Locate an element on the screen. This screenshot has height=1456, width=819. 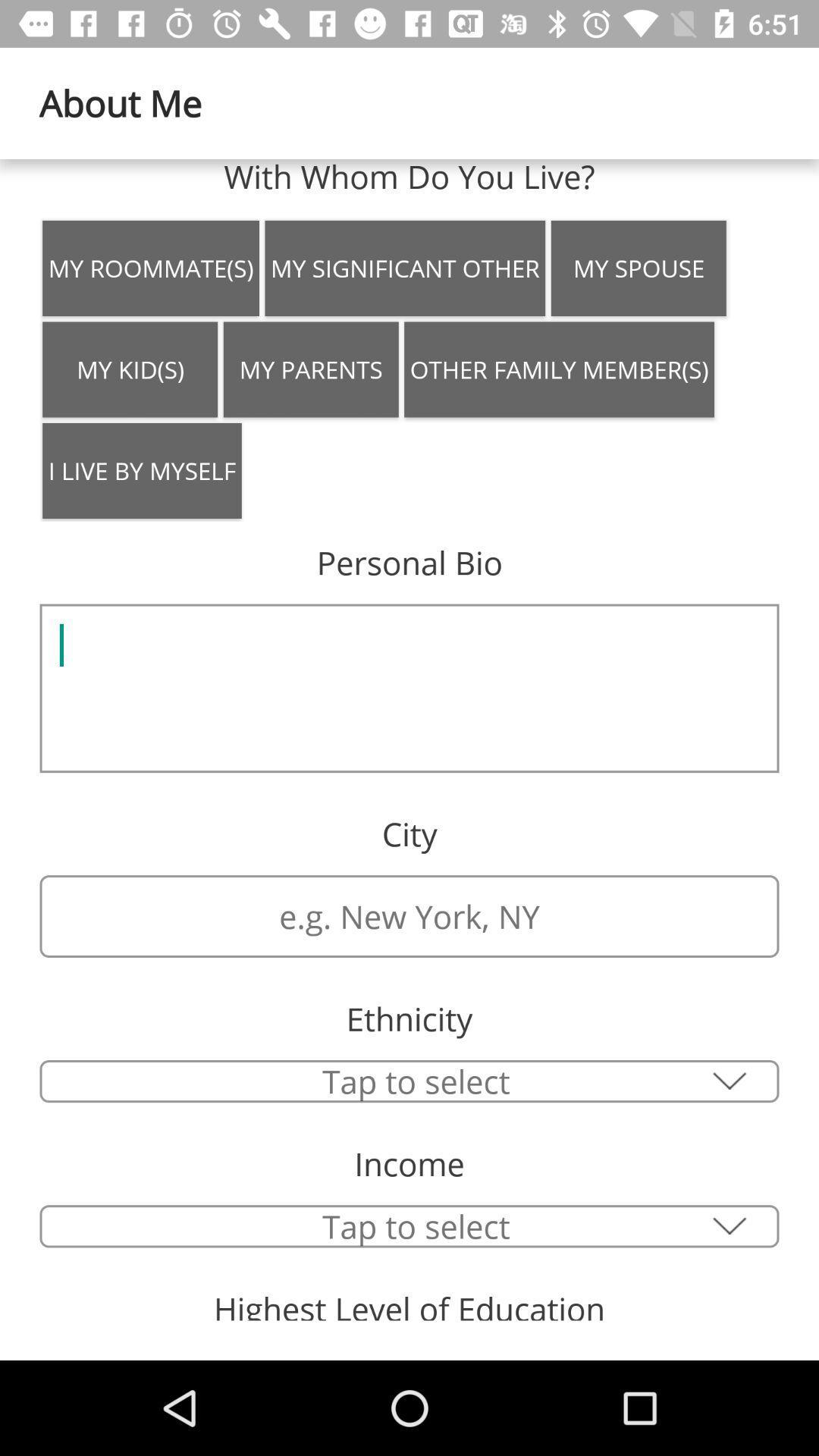
the item next to the my significant other is located at coordinates (639, 268).